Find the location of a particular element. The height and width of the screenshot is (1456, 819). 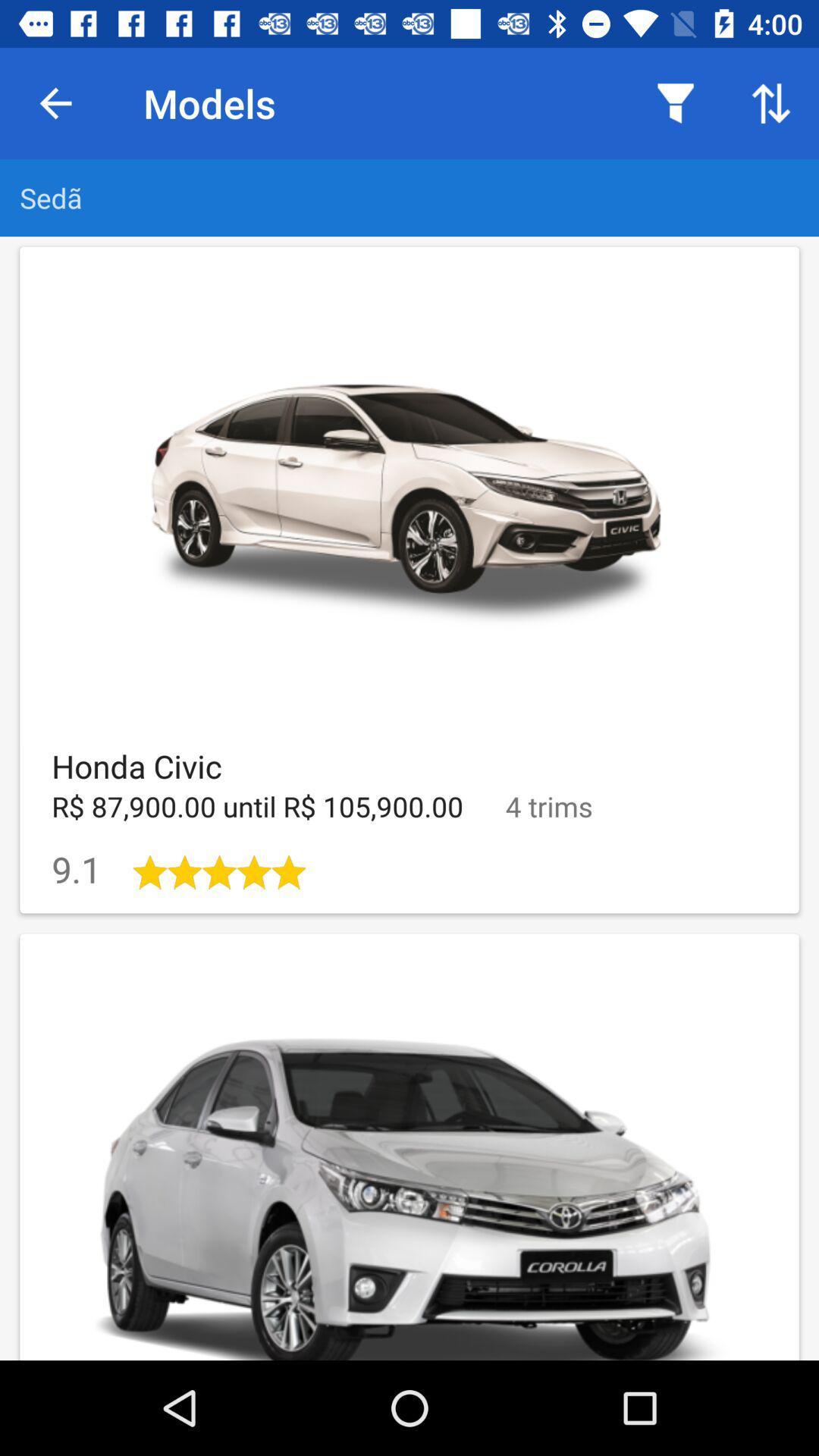

the second image is located at coordinates (409, 1147).